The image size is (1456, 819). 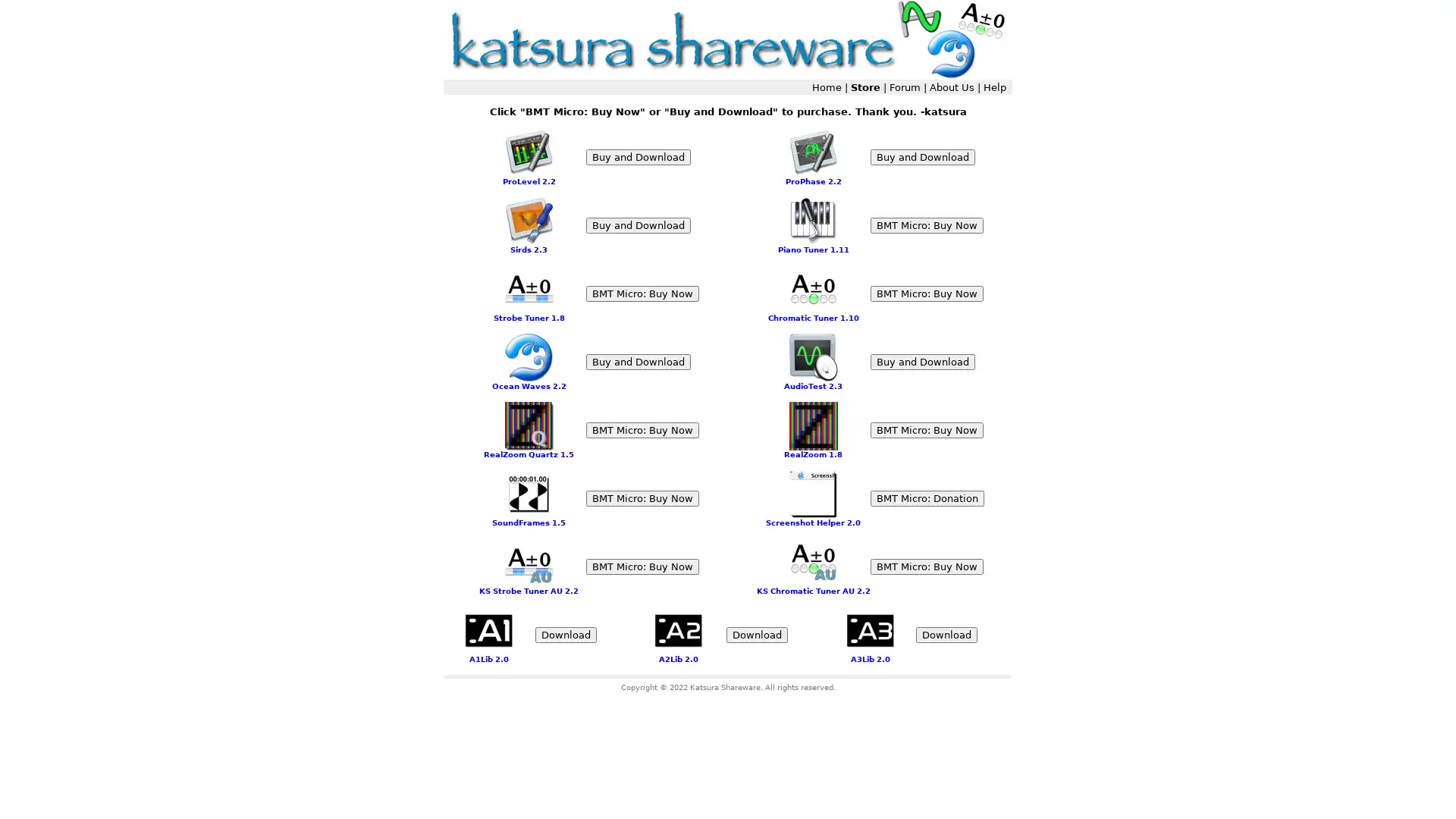 I want to click on BMT Micro: Buy Now, so click(x=925, y=430).